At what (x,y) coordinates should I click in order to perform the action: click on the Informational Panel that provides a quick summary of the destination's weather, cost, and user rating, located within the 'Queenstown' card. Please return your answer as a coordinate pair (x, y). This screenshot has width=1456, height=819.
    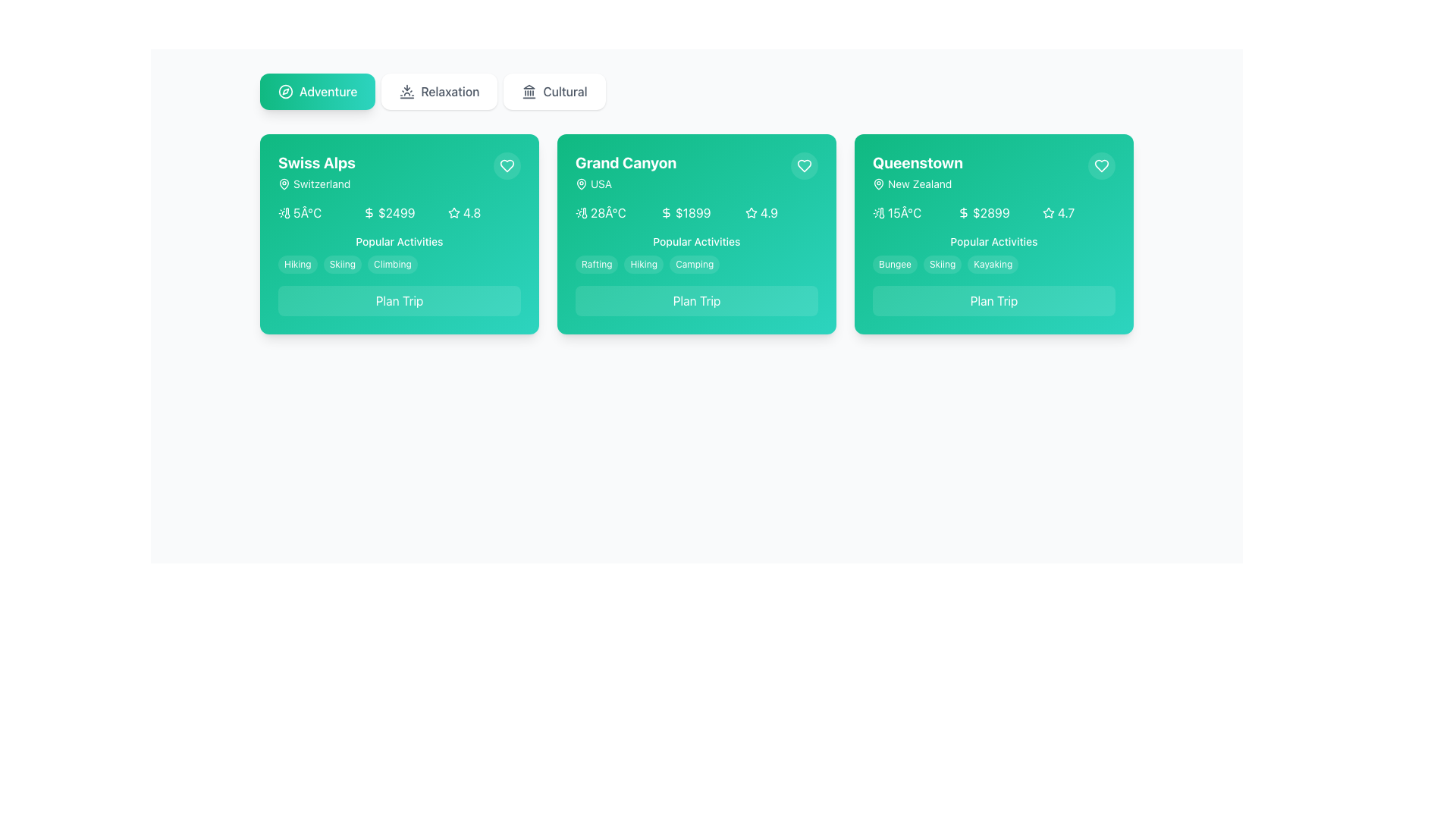
    Looking at the image, I should click on (993, 213).